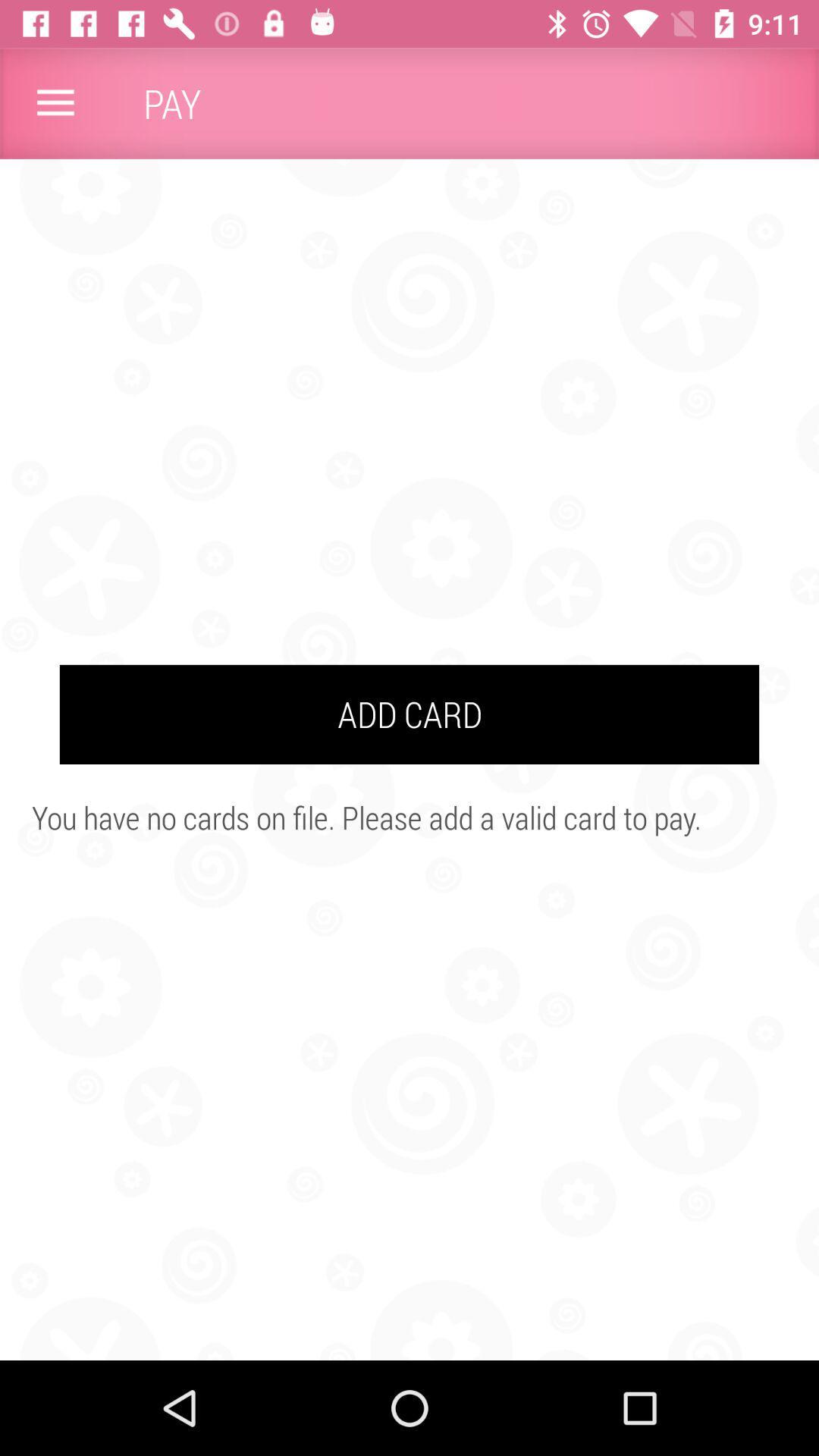 The width and height of the screenshot is (819, 1456). I want to click on item next to the pay item, so click(55, 102).